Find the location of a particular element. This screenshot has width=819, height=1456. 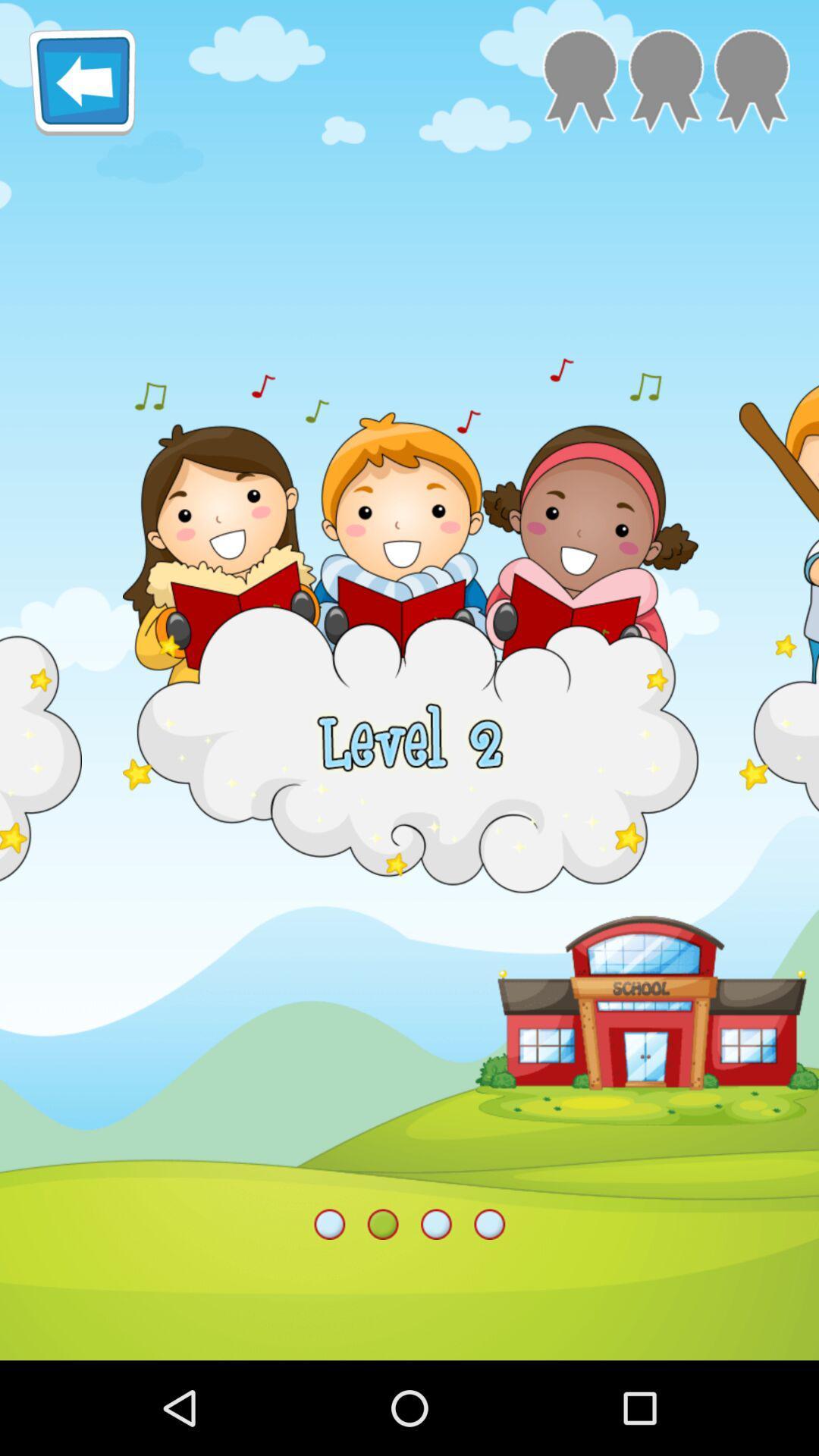

the arrow_backward icon is located at coordinates (82, 87).